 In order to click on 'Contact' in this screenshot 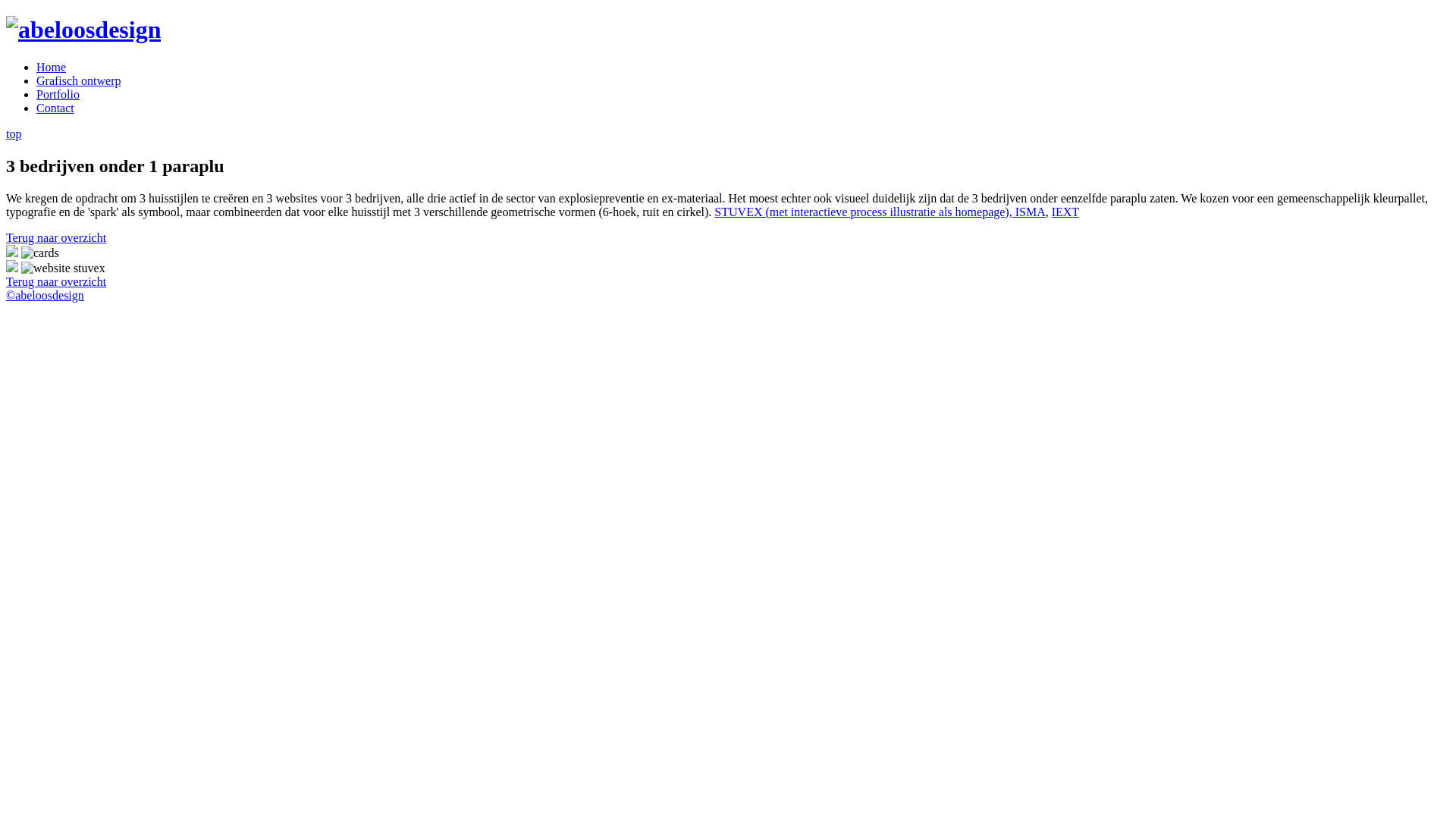, I will do `click(55, 107)`.